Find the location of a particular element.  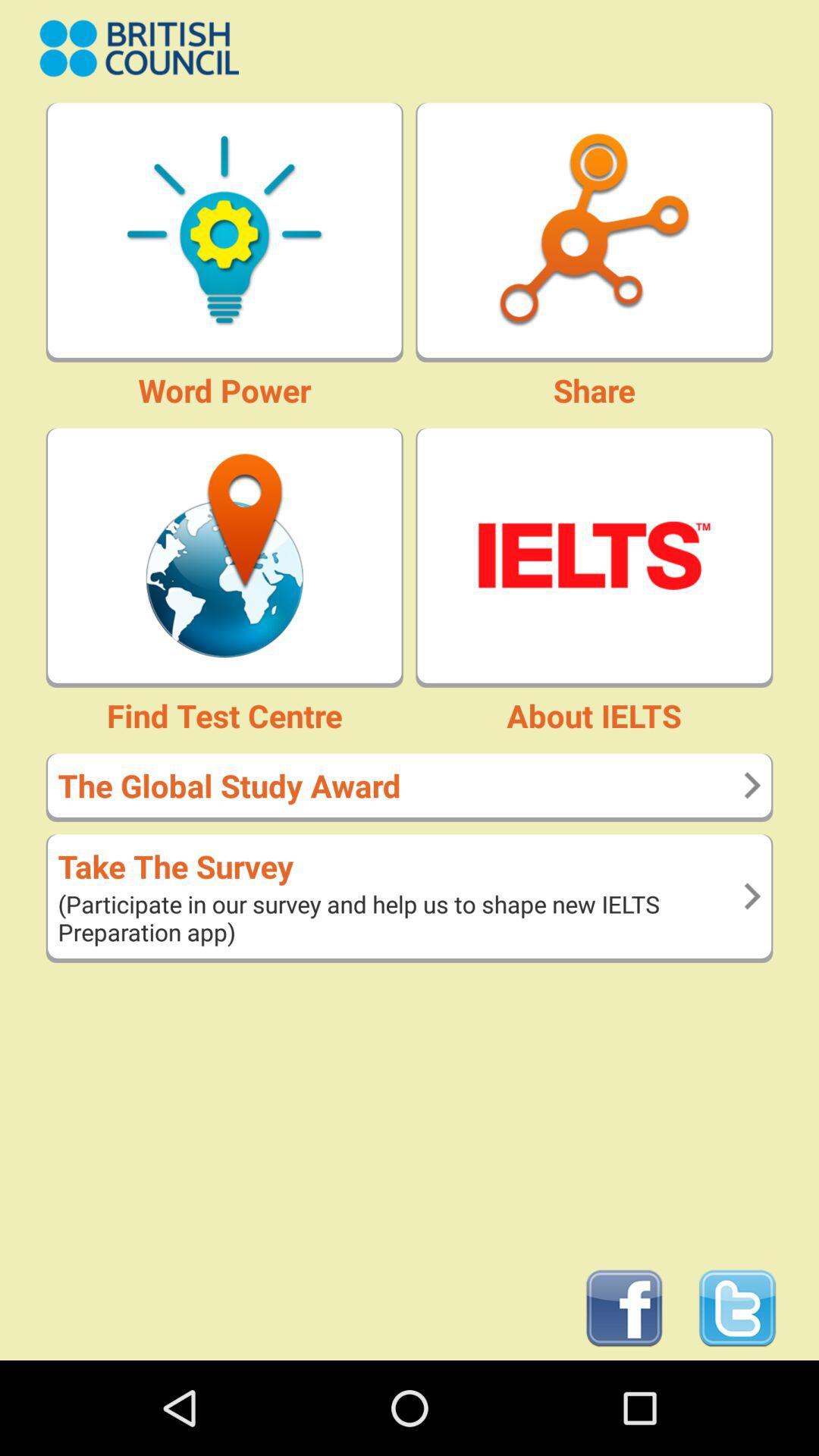

advertisement about ielts is located at coordinates (593, 554).